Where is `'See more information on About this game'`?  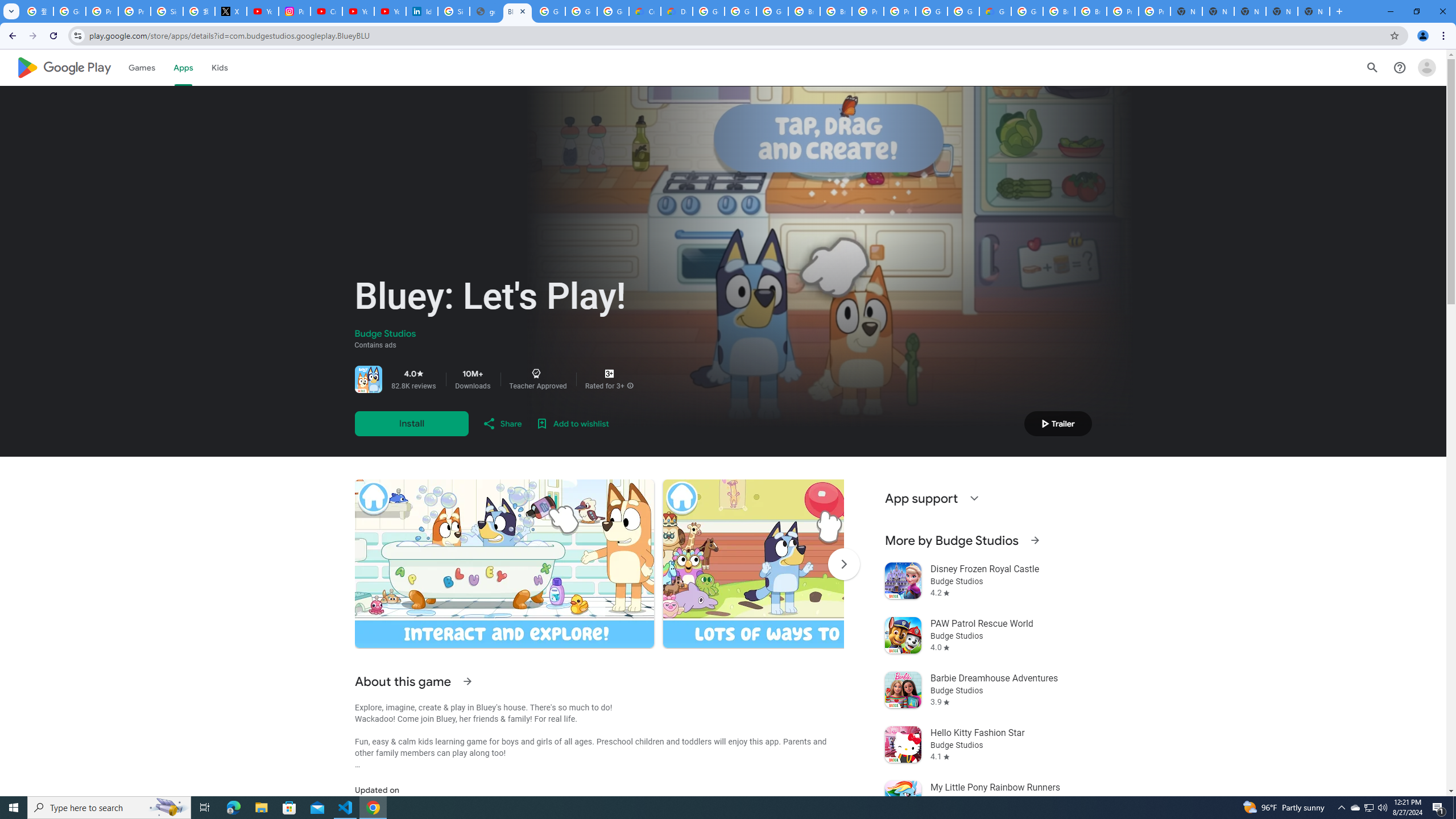
'See more information on About this game' is located at coordinates (466, 681).